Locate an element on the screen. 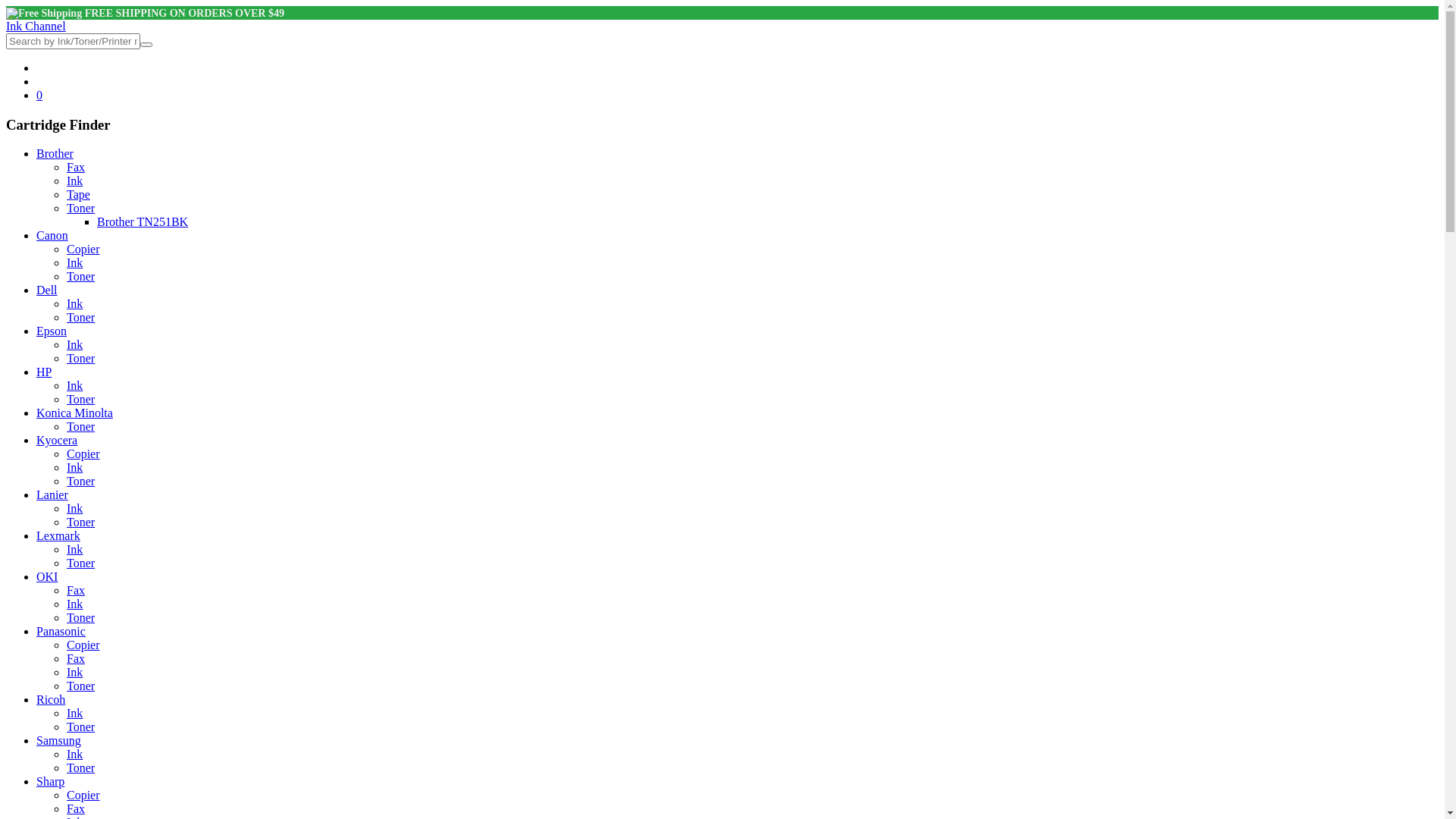 This screenshot has height=819, width=1456. 'Brother' is located at coordinates (55, 153).